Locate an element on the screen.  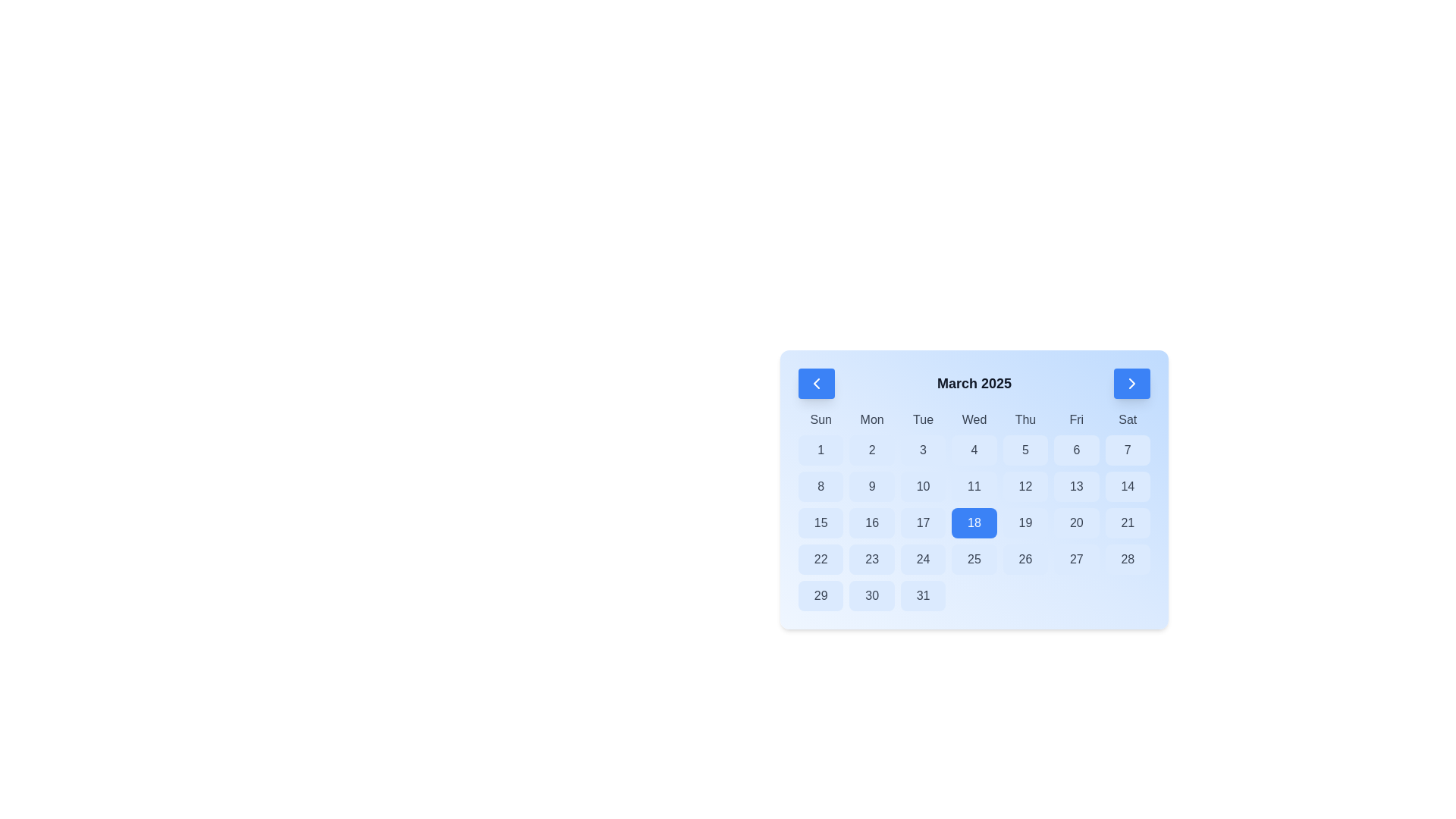
the button representing the 17th day of the month in the calendar interface is located at coordinates (922, 522).